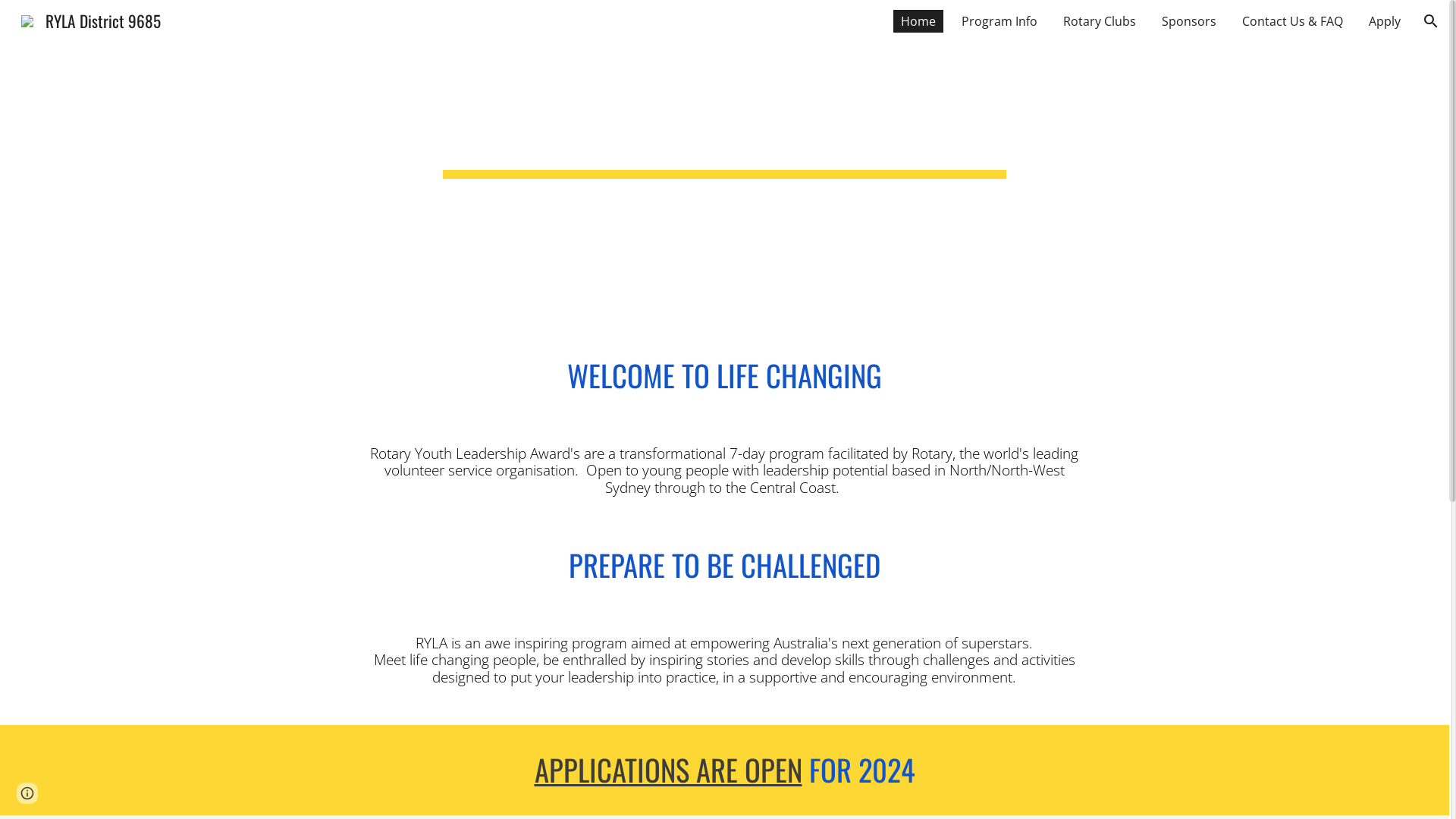 This screenshot has width=1456, height=819. I want to click on 'Apply', so click(1361, 20).